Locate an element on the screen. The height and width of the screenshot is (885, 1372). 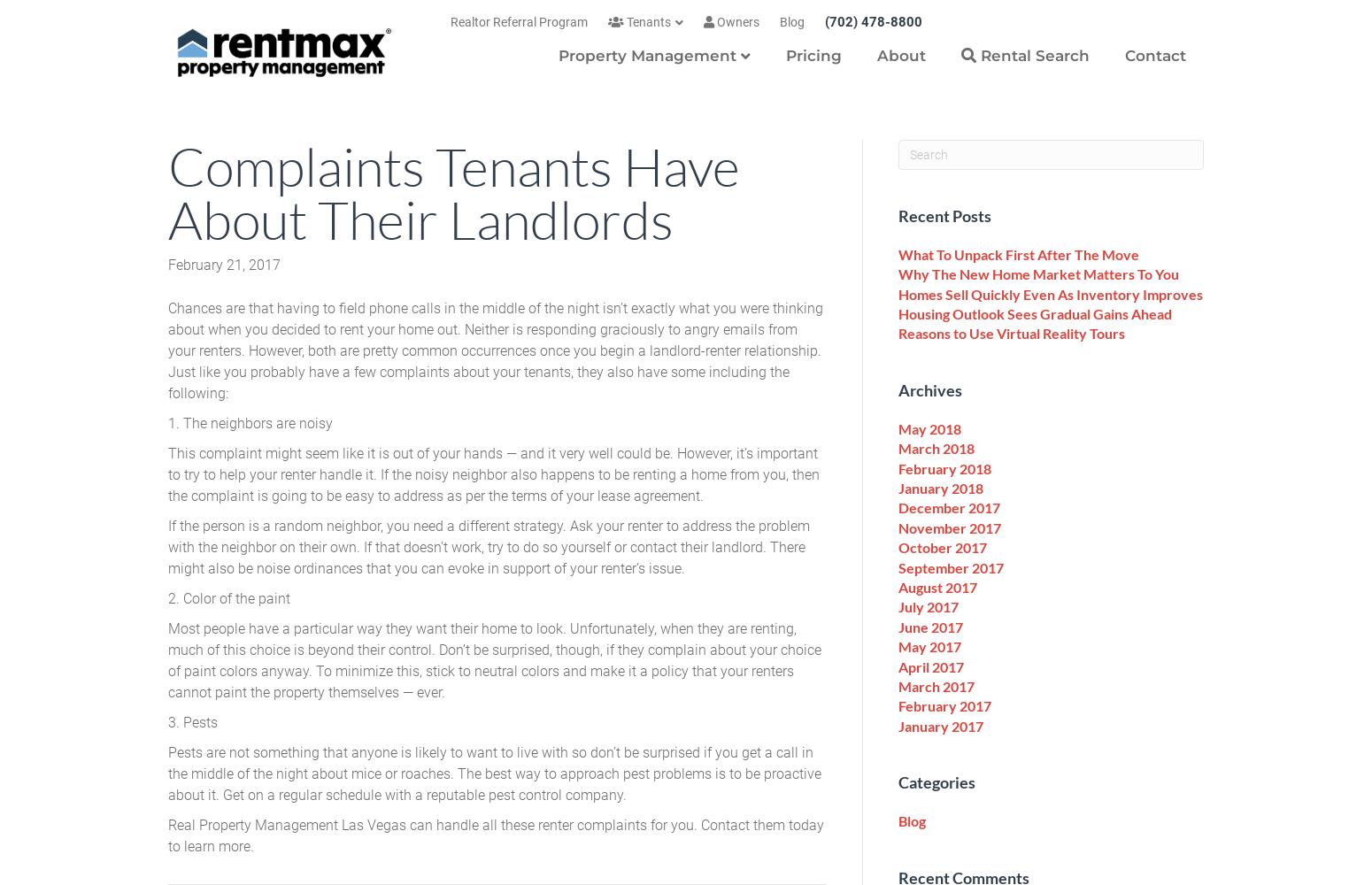
'Realtor Referral Program' is located at coordinates (518, 22).